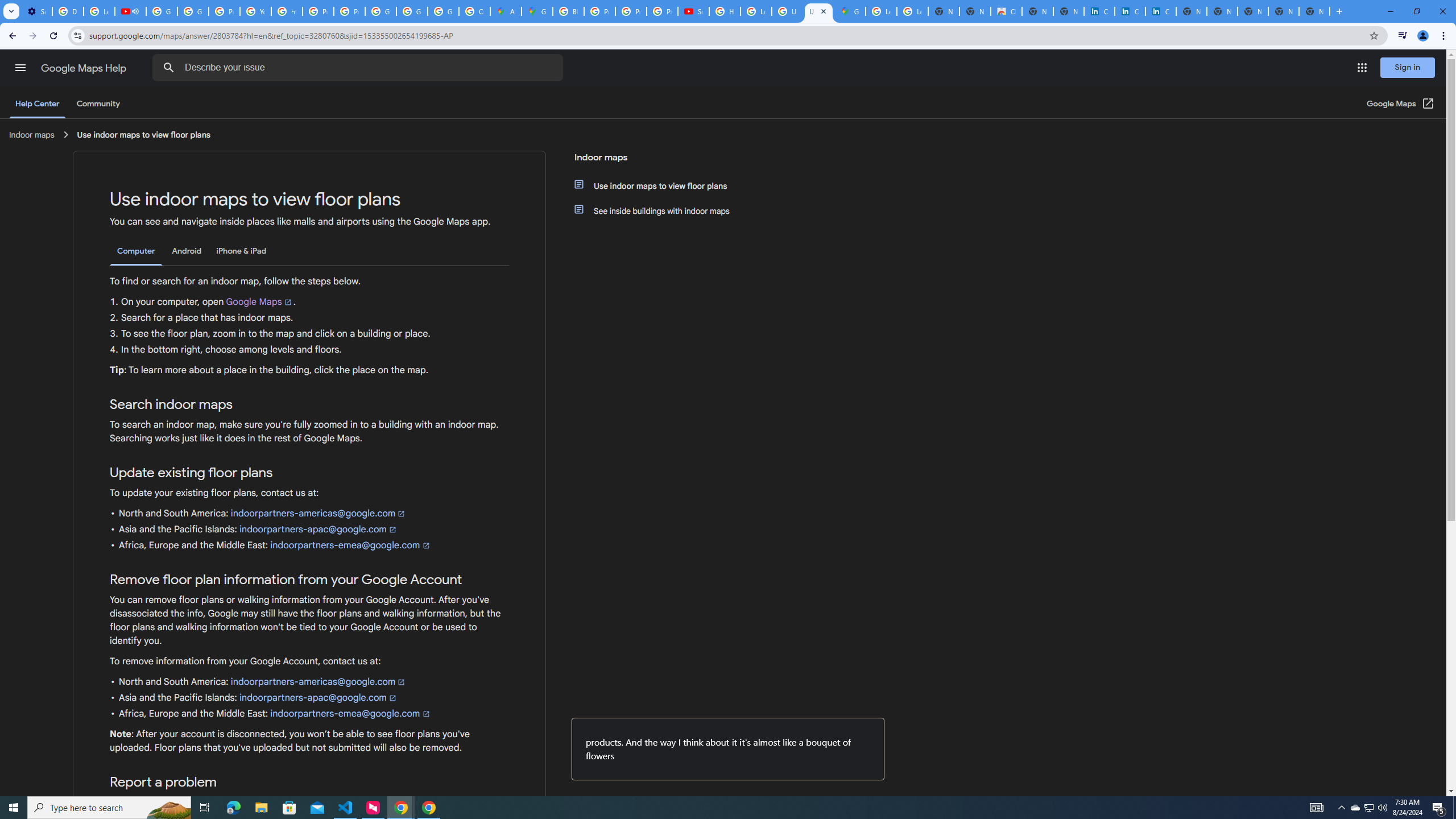 Image resolution: width=1456 pixels, height=819 pixels. What do you see at coordinates (724, 11) in the screenshot?
I see `'How Chrome protects your passwords - Google Chrome Help'` at bounding box center [724, 11].